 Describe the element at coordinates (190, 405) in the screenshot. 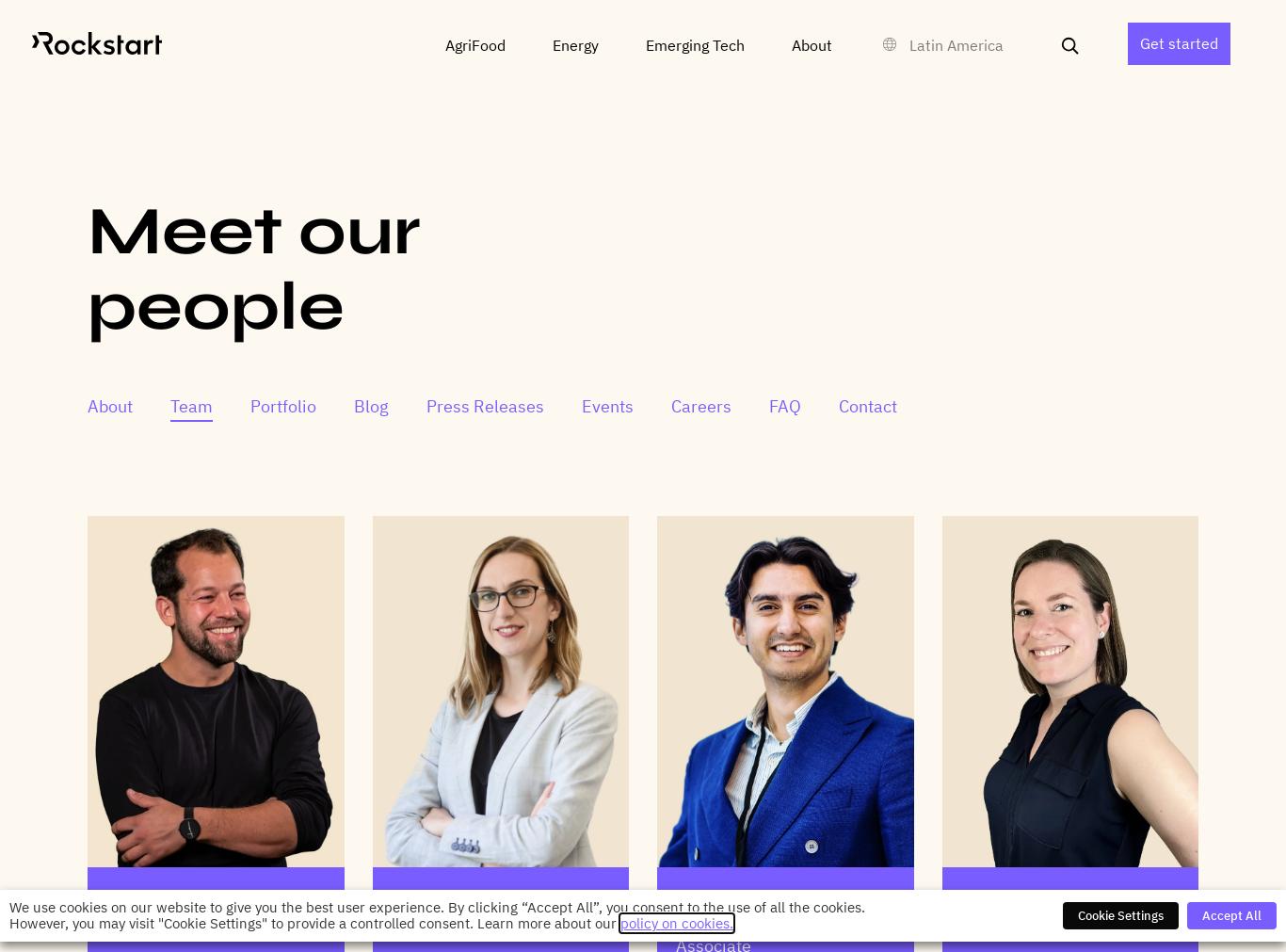

I see `'Team'` at that location.